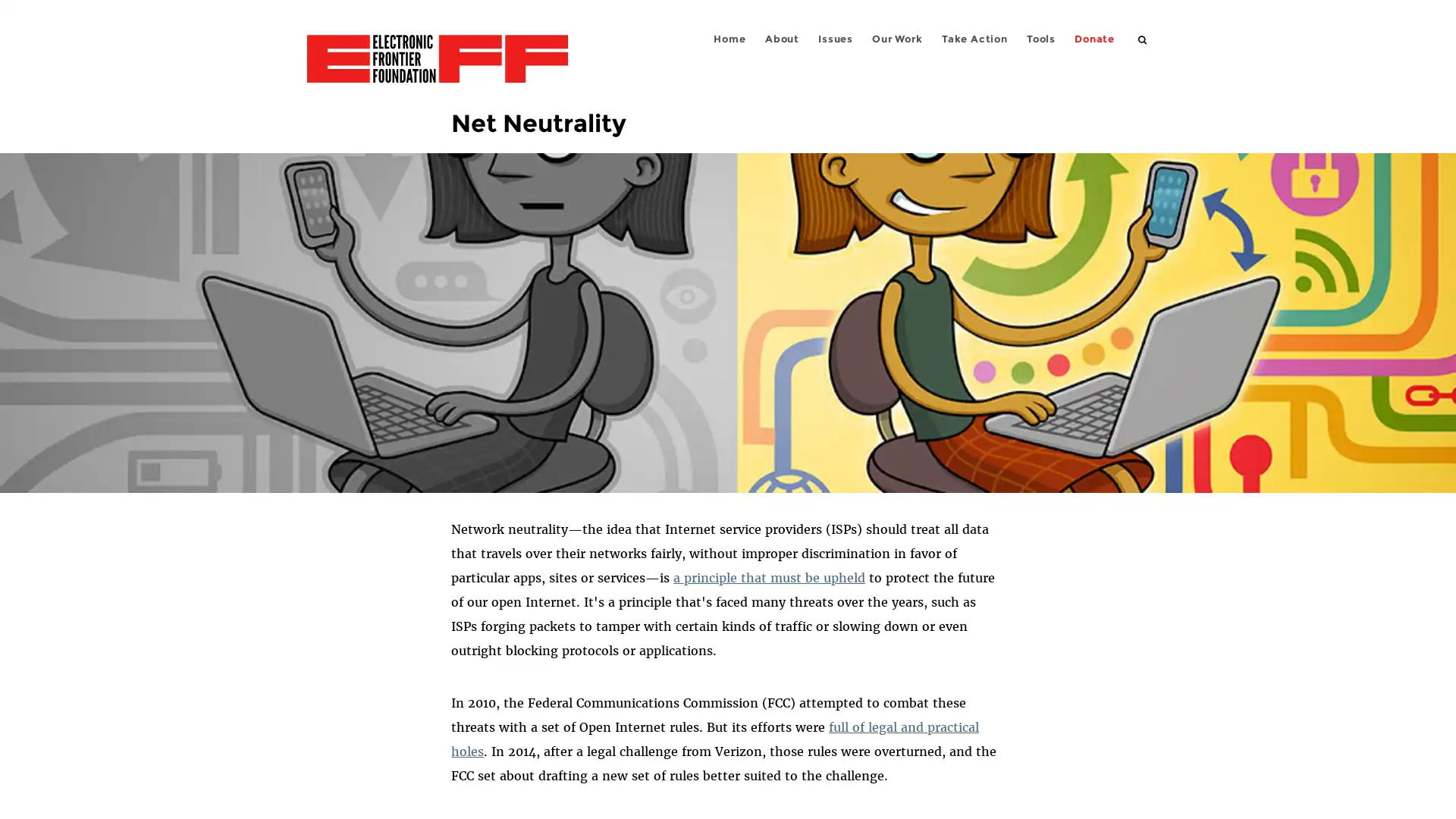 Image resolution: width=1456 pixels, height=819 pixels. Describe the element at coordinates (1143, 38) in the screenshot. I see `search` at that location.